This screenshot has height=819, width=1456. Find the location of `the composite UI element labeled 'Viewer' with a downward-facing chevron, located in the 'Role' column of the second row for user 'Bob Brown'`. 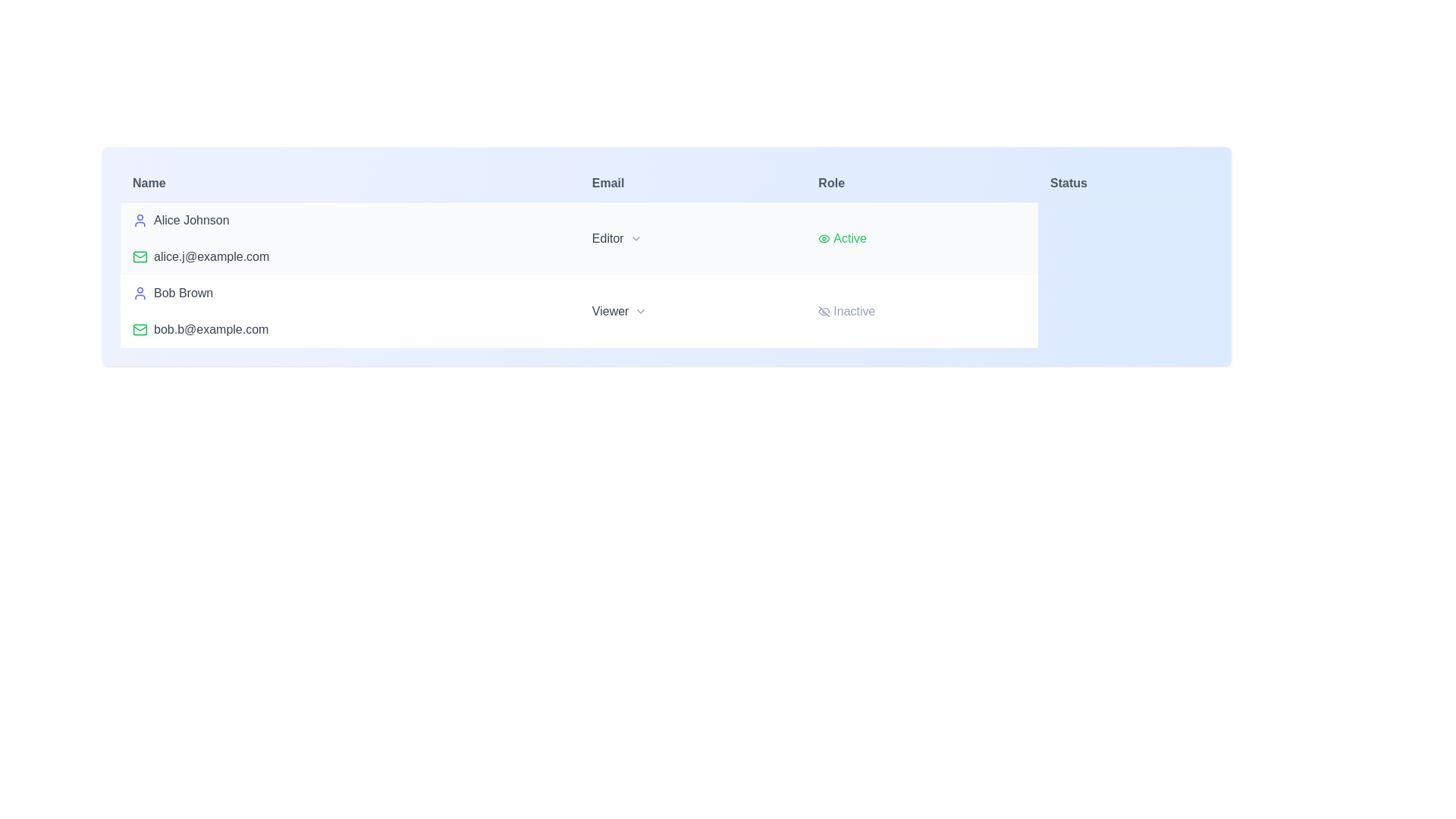

the composite UI element labeled 'Viewer' with a downward-facing chevron, located in the 'Role' column of the second row for user 'Bob Brown' is located at coordinates (692, 311).